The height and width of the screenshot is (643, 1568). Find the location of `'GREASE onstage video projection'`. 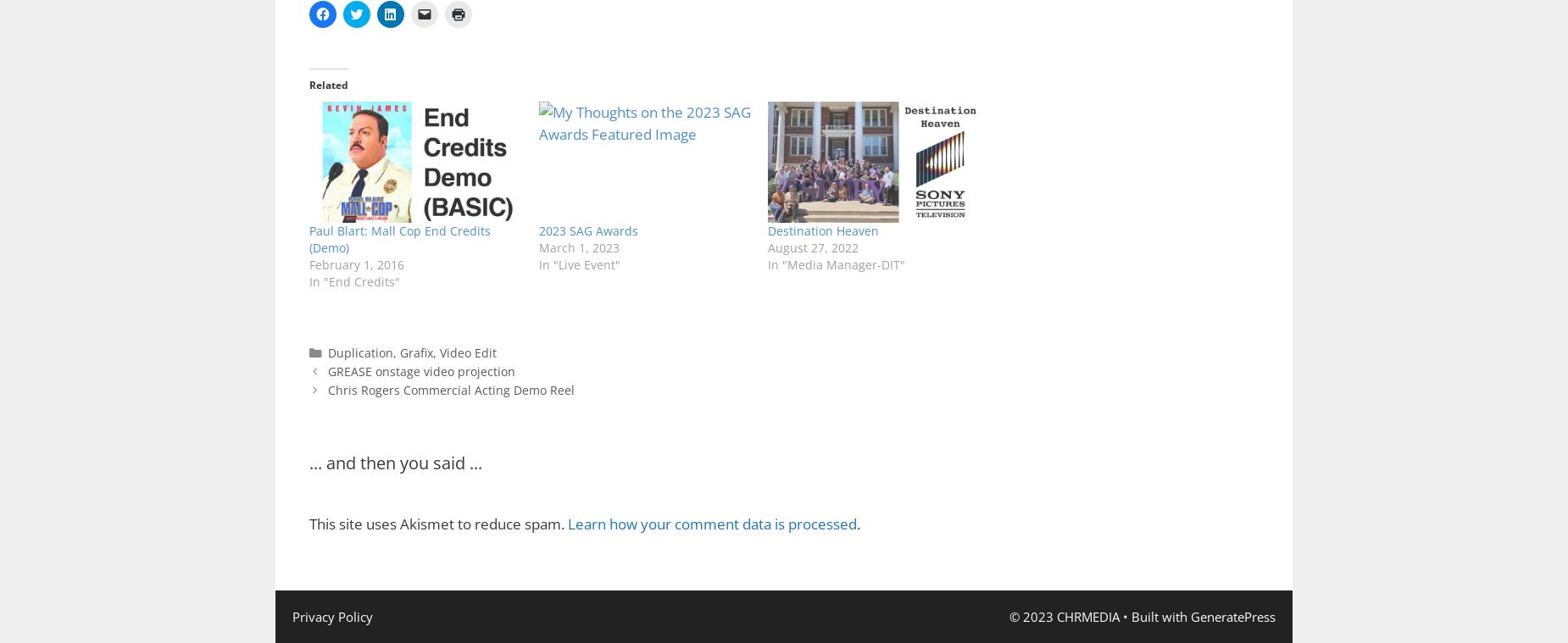

'GREASE onstage video projection' is located at coordinates (420, 370).